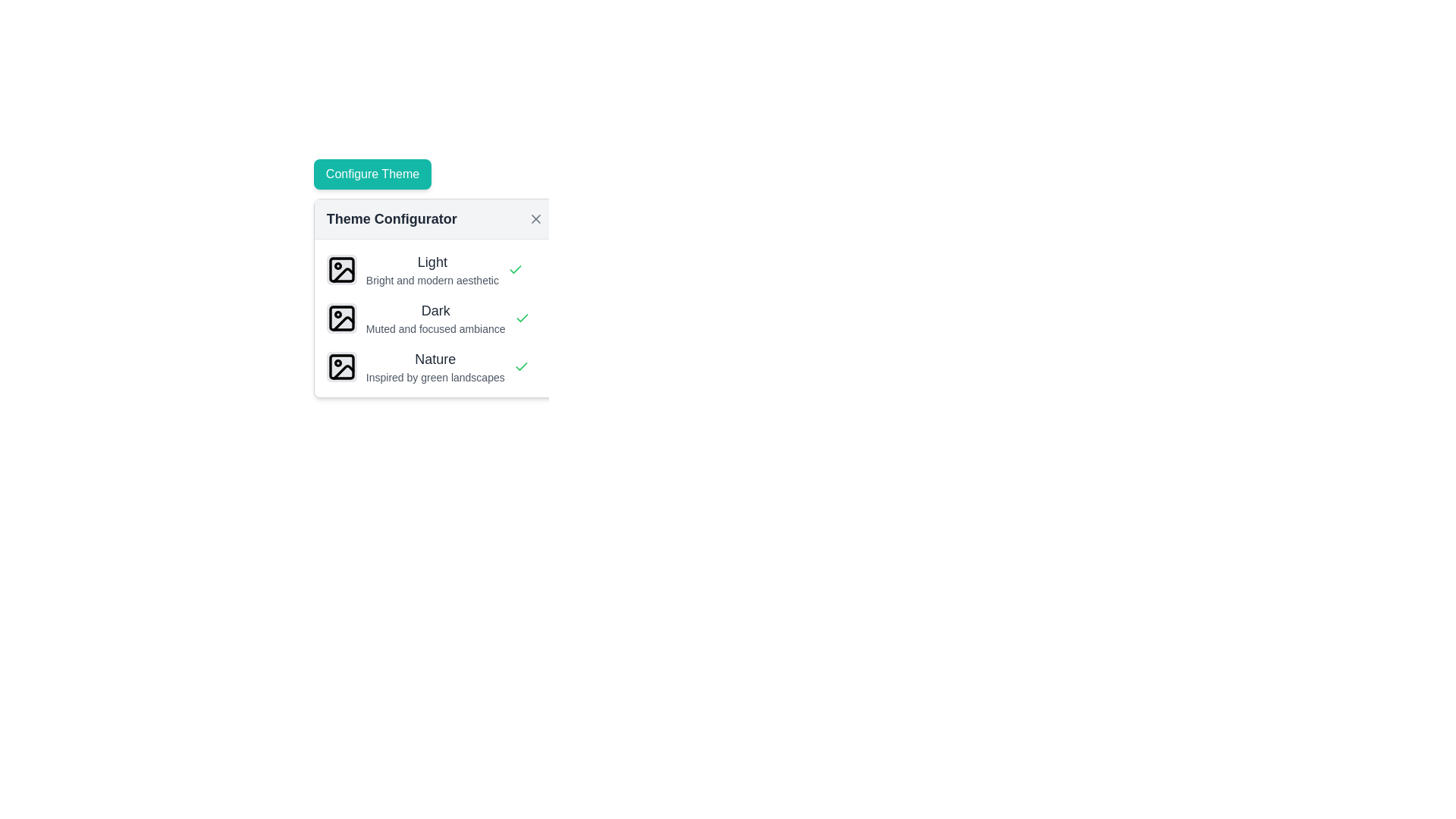 The height and width of the screenshot is (819, 1456). What do you see at coordinates (340, 366) in the screenshot?
I see `the square icon with a light gray background and black image placeholder representation, located to the left of the text 'Nature'` at bounding box center [340, 366].